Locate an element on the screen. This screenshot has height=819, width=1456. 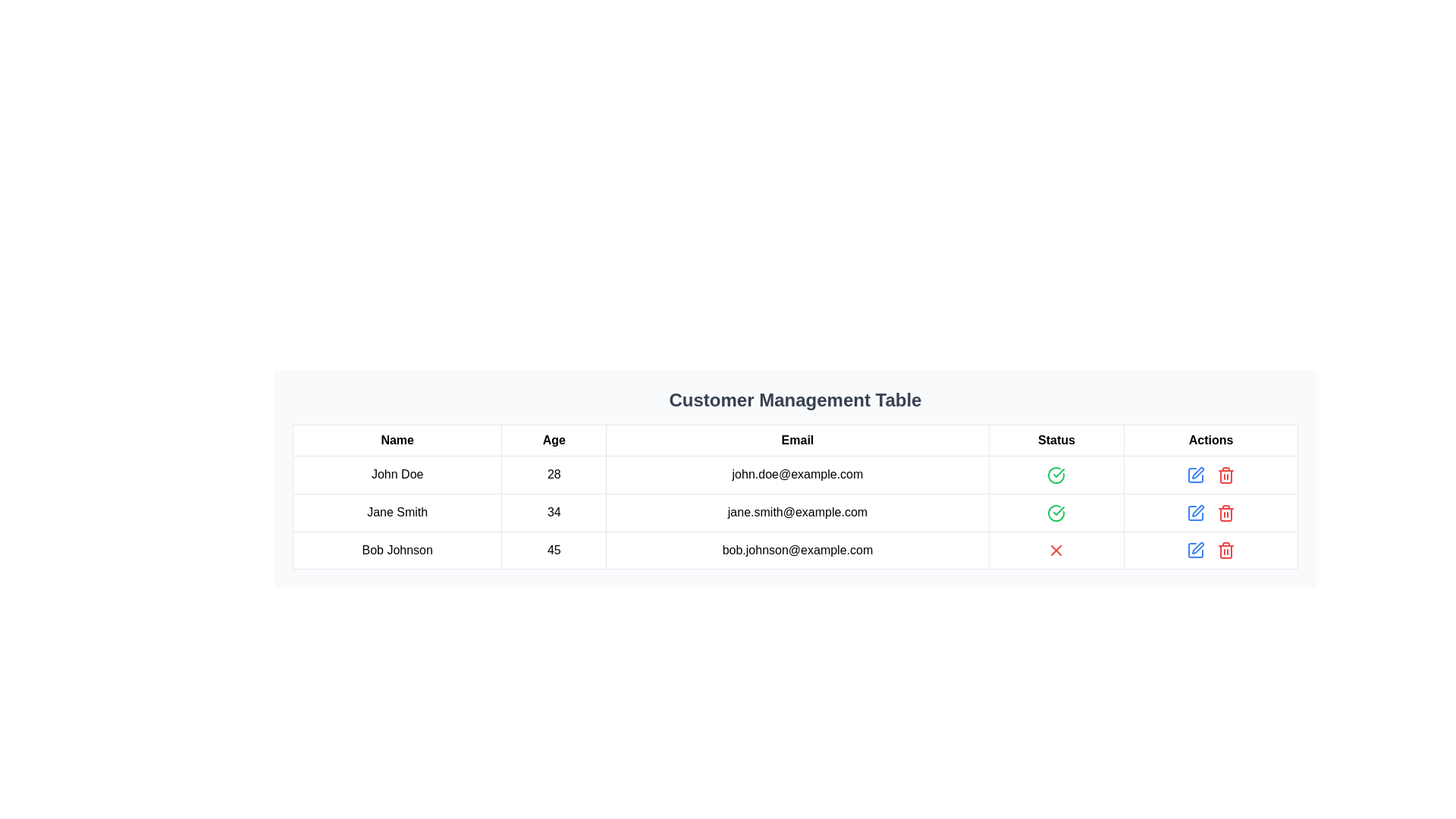
the edit icon button located in the 'Actions' column of the last row in the table is located at coordinates (1195, 550).